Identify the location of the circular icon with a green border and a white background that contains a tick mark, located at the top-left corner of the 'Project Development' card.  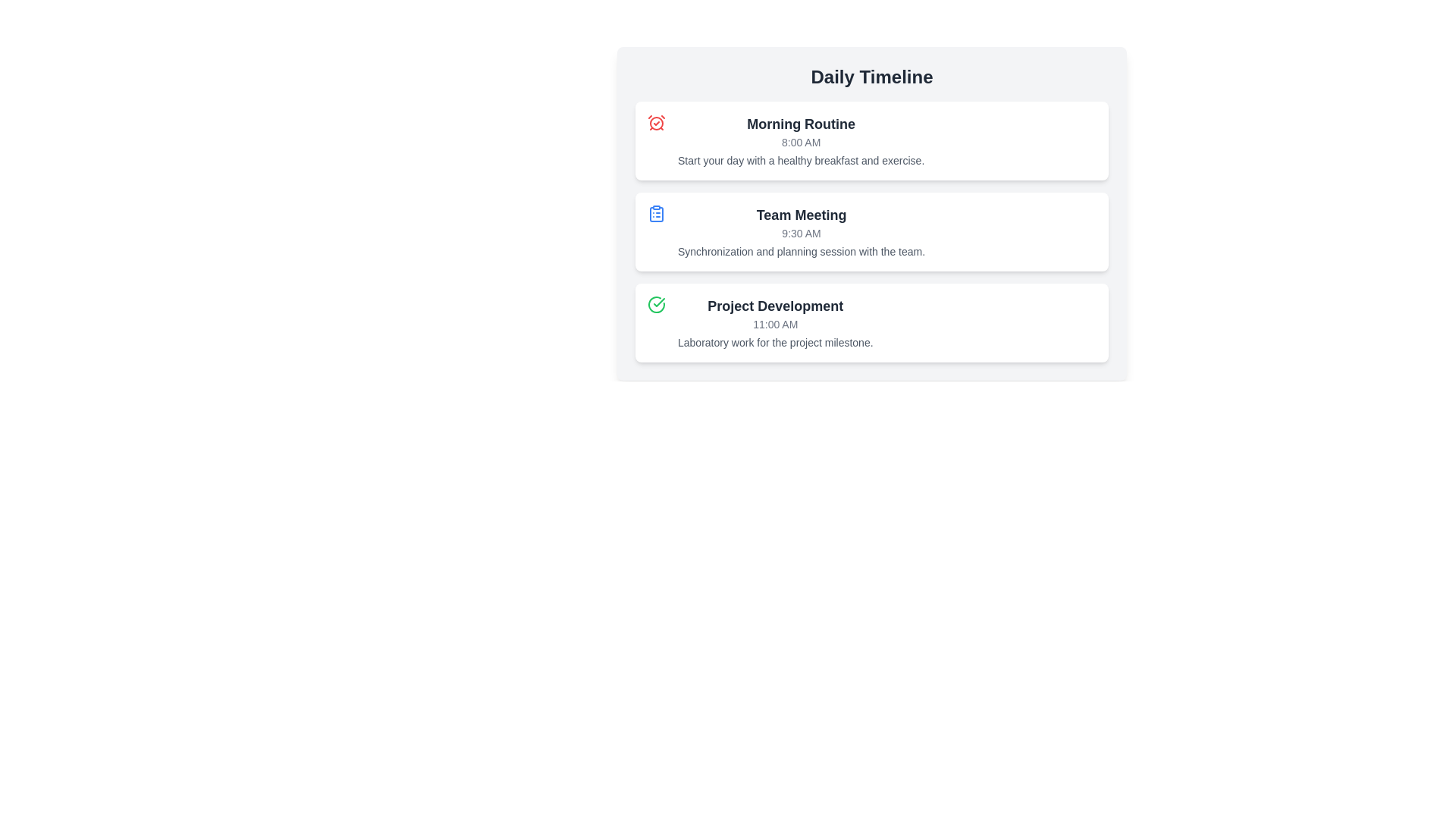
(656, 304).